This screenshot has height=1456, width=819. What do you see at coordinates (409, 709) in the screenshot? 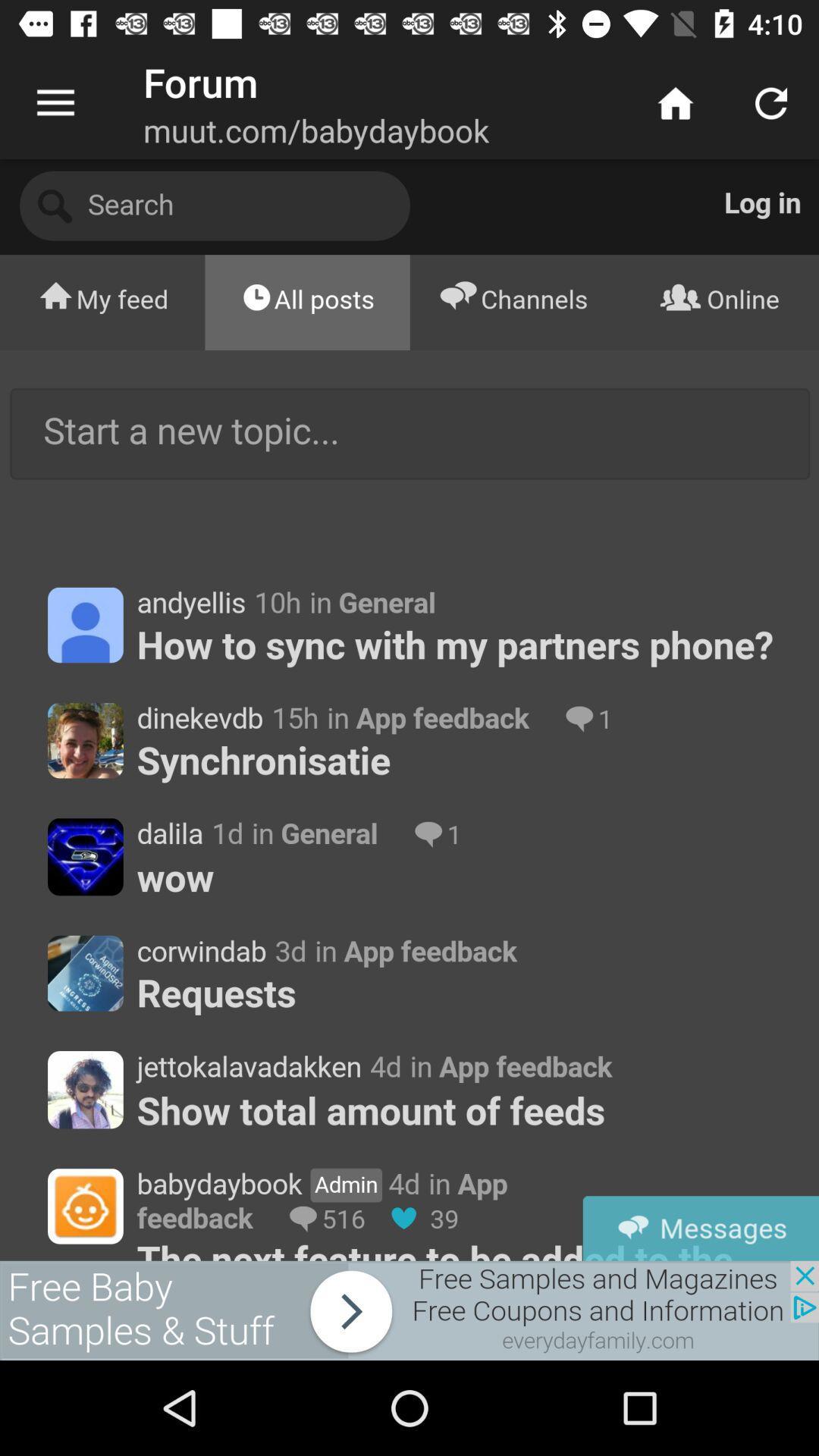
I see `description` at bounding box center [409, 709].